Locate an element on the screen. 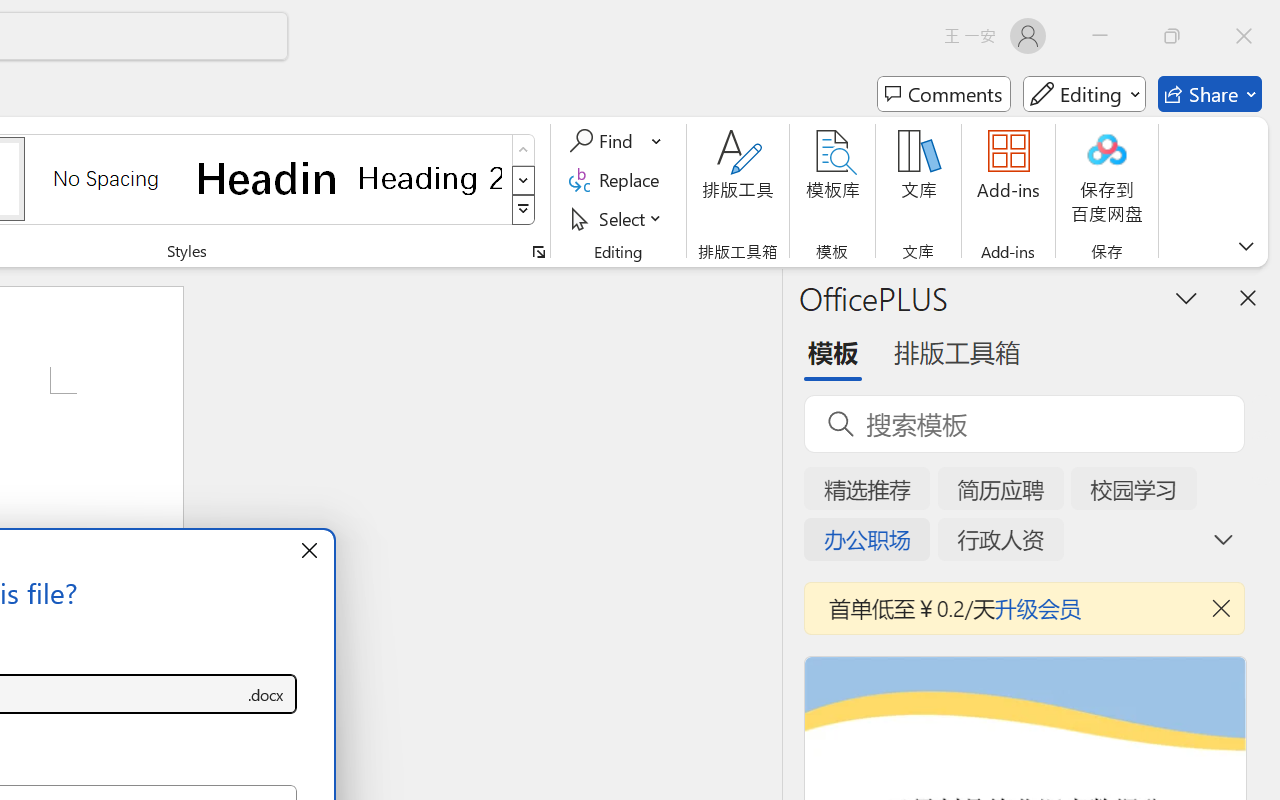  'Ribbon Display Options' is located at coordinates (1245, 245).